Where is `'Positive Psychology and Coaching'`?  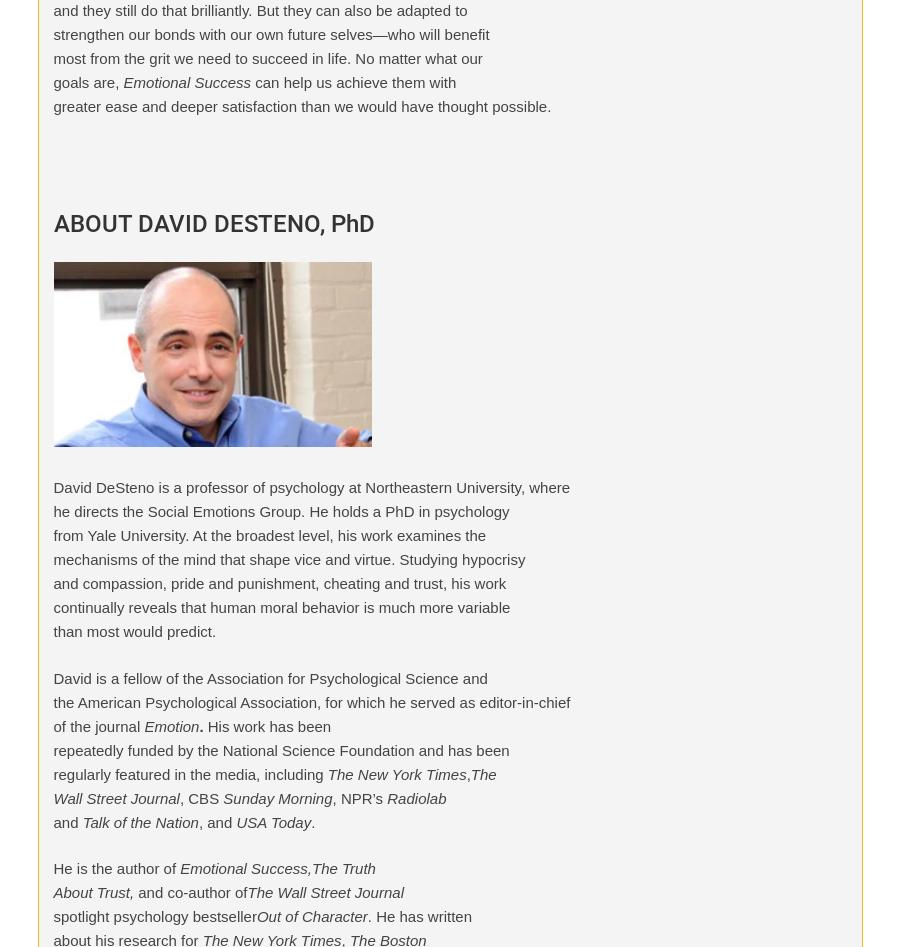
'Positive Psychology and Coaching' is located at coordinates (332, 77).